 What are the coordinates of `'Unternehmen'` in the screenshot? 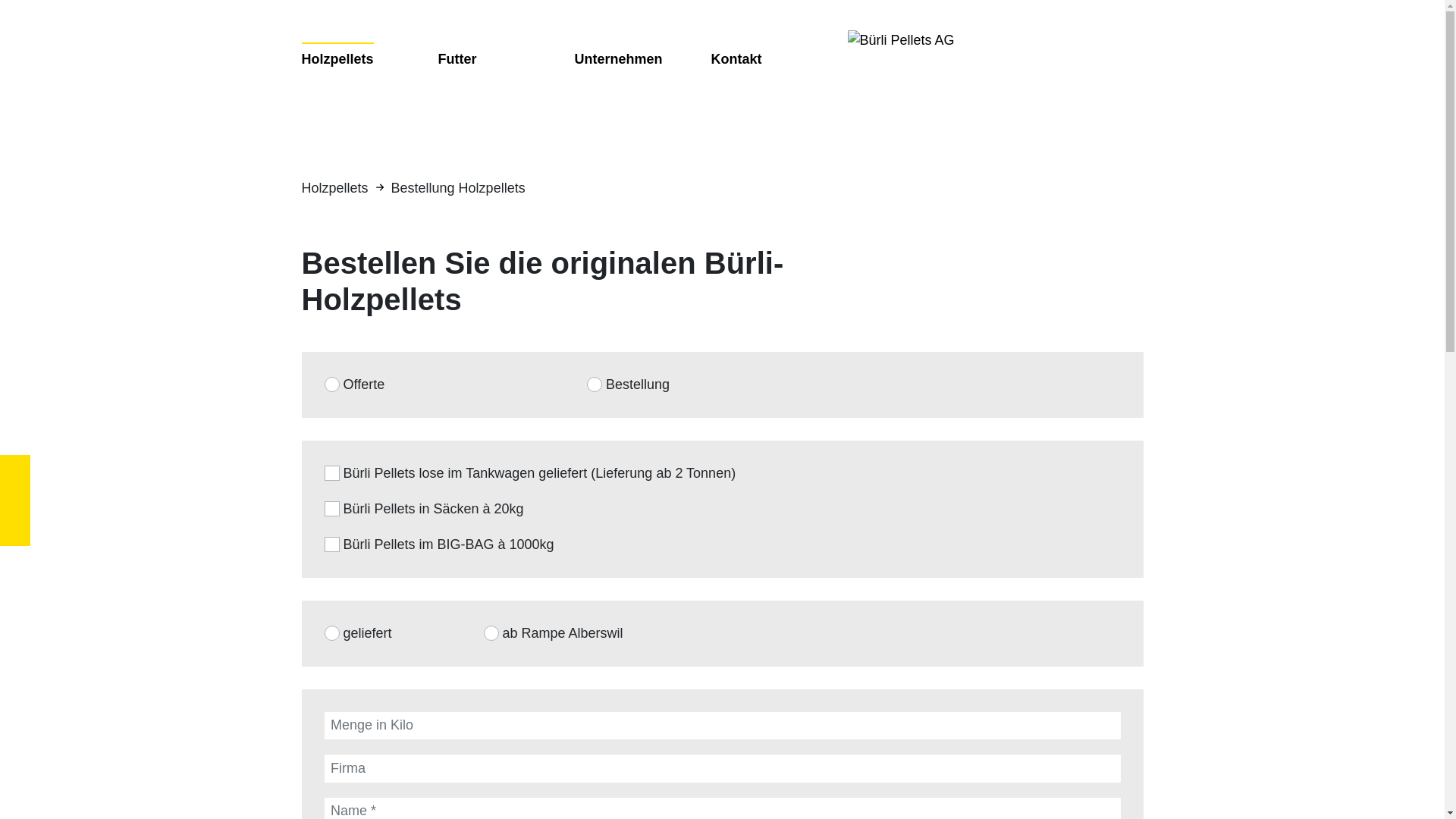 It's located at (574, 58).